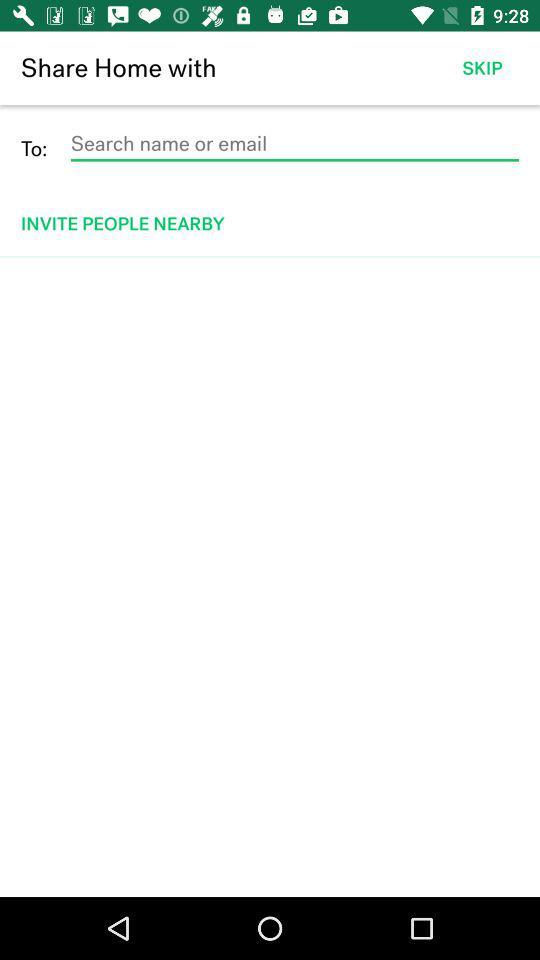 Image resolution: width=540 pixels, height=960 pixels. What do you see at coordinates (271, 223) in the screenshot?
I see `invite people nearby` at bounding box center [271, 223].